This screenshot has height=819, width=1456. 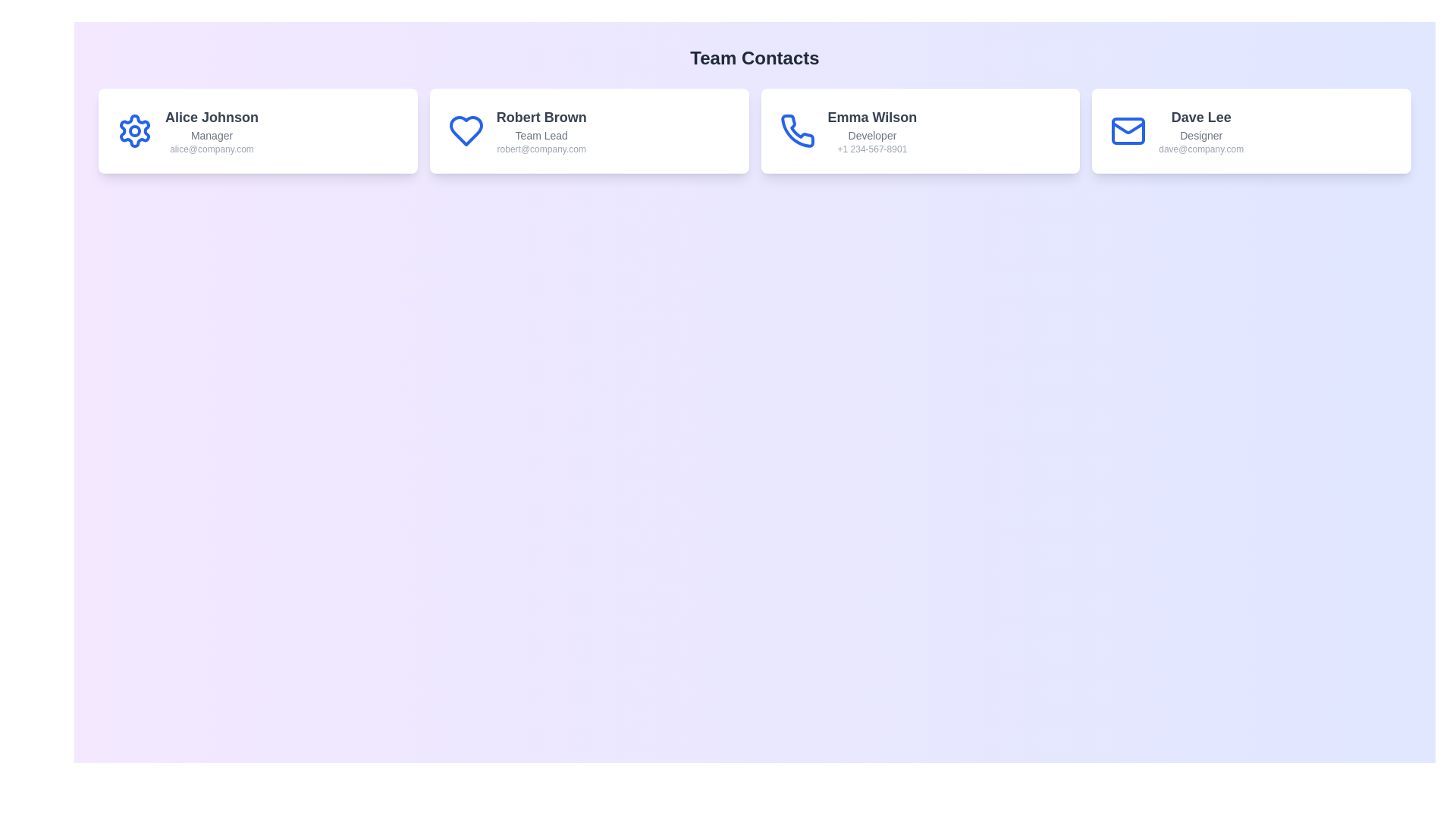 What do you see at coordinates (1200, 116) in the screenshot?
I see `the text label that displays the name 'Dave Lee' in the profile card located in the top section of the rightmost card, adjacent to the envelope icon and above the role 'Designer'` at bounding box center [1200, 116].